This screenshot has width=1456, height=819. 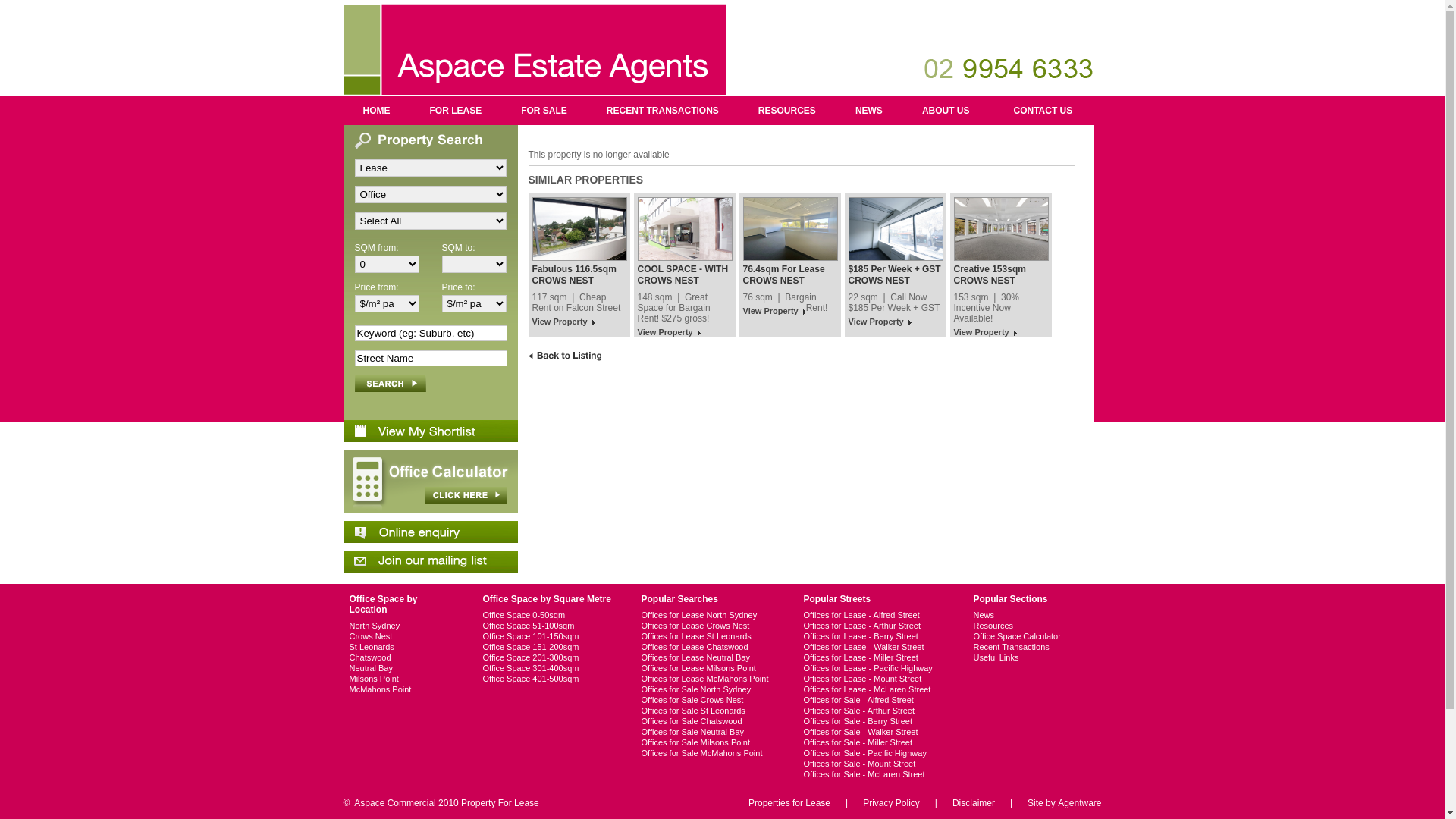 What do you see at coordinates (803, 699) in the screenshot?
I see `'Offices for Sale - Alfred Street'` at bounding box center [803, 699].